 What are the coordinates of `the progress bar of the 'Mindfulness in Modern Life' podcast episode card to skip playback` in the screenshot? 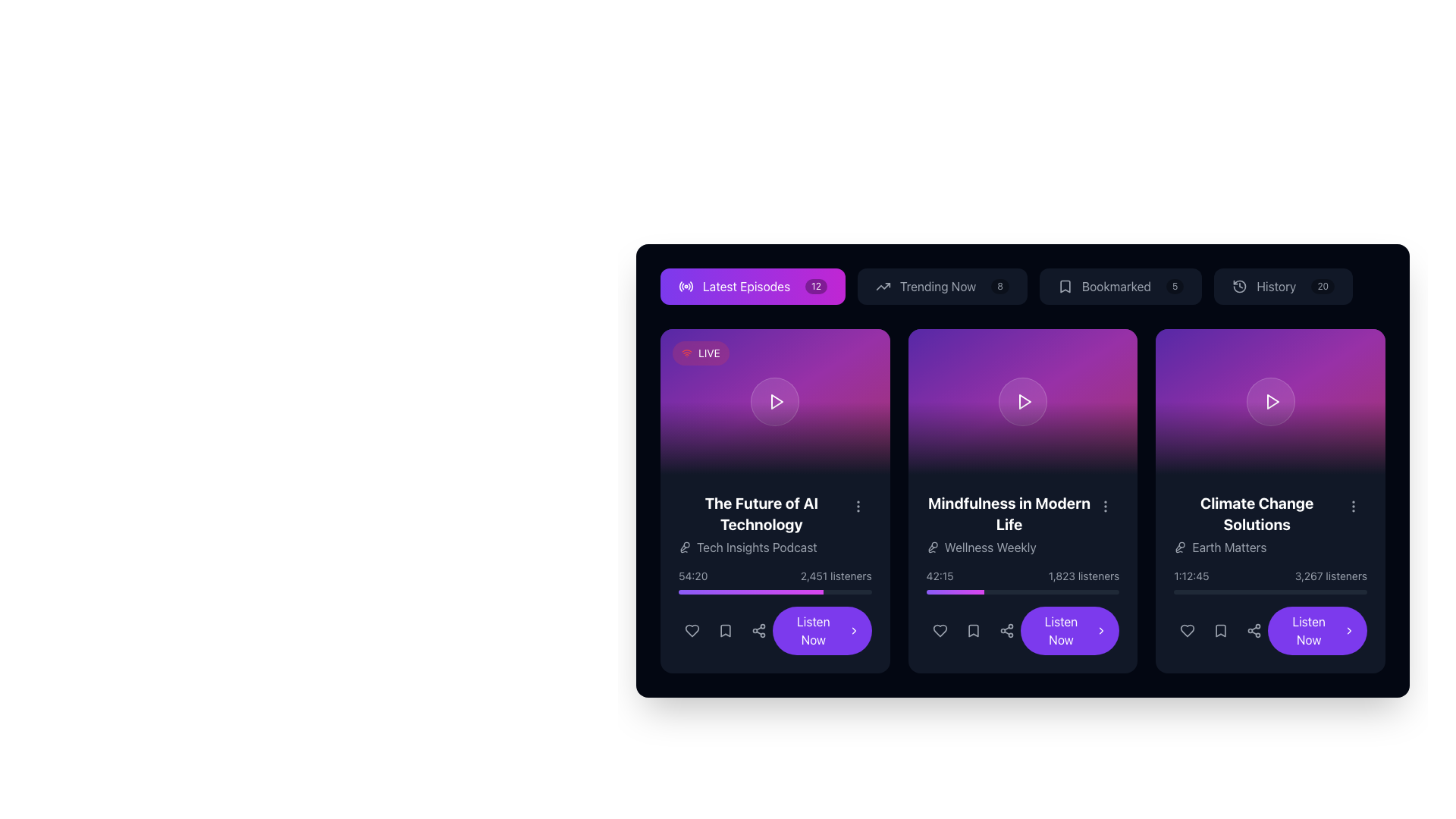 It's located at (1022, 573).